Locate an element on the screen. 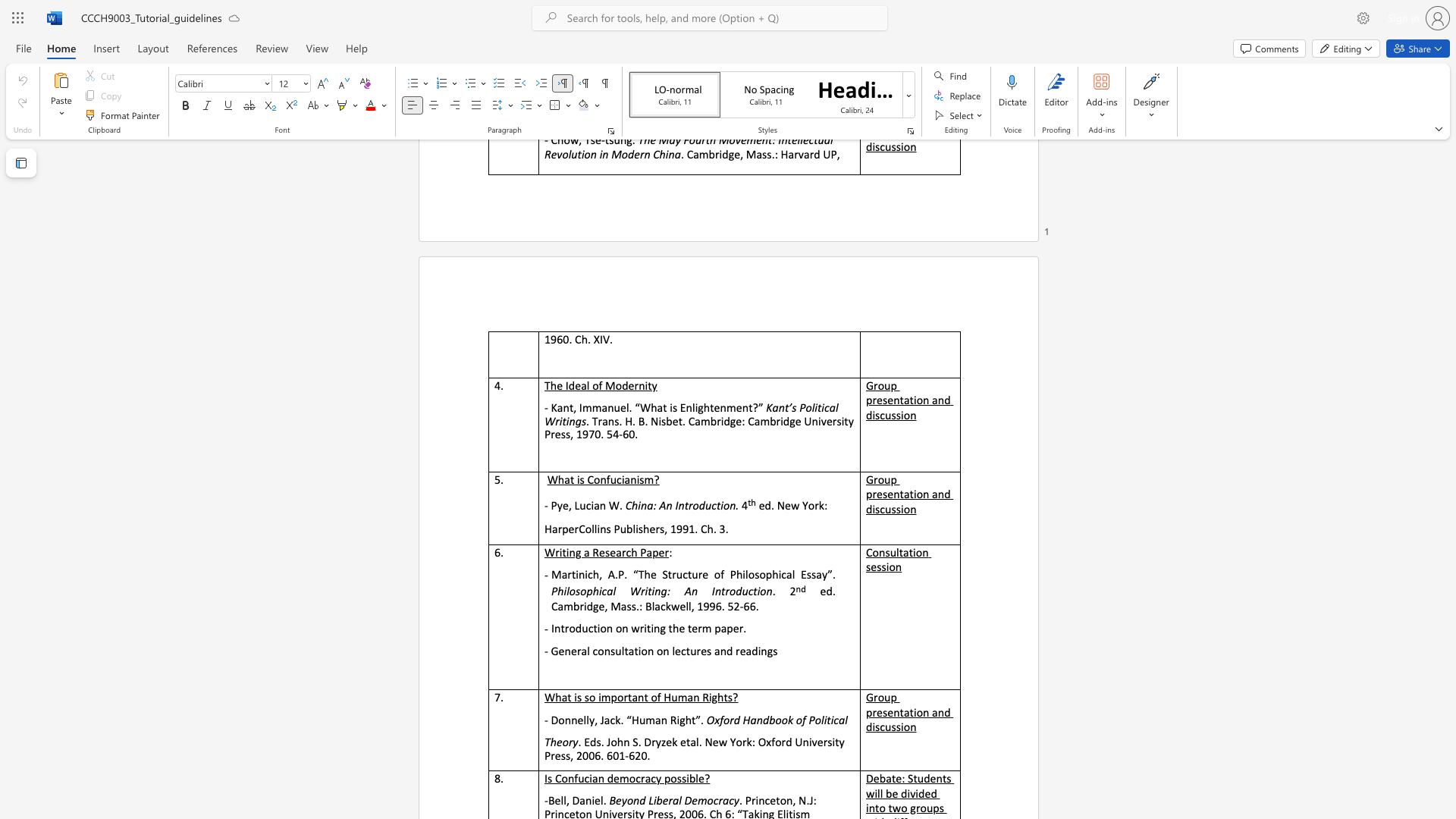 Image resolution: width=1456 pixels, height=819 pixels. the subset text "inich" within the text "Martinich, A.P. “The Structure of Philosophical Essay”." is located at coordinates (575, 574).